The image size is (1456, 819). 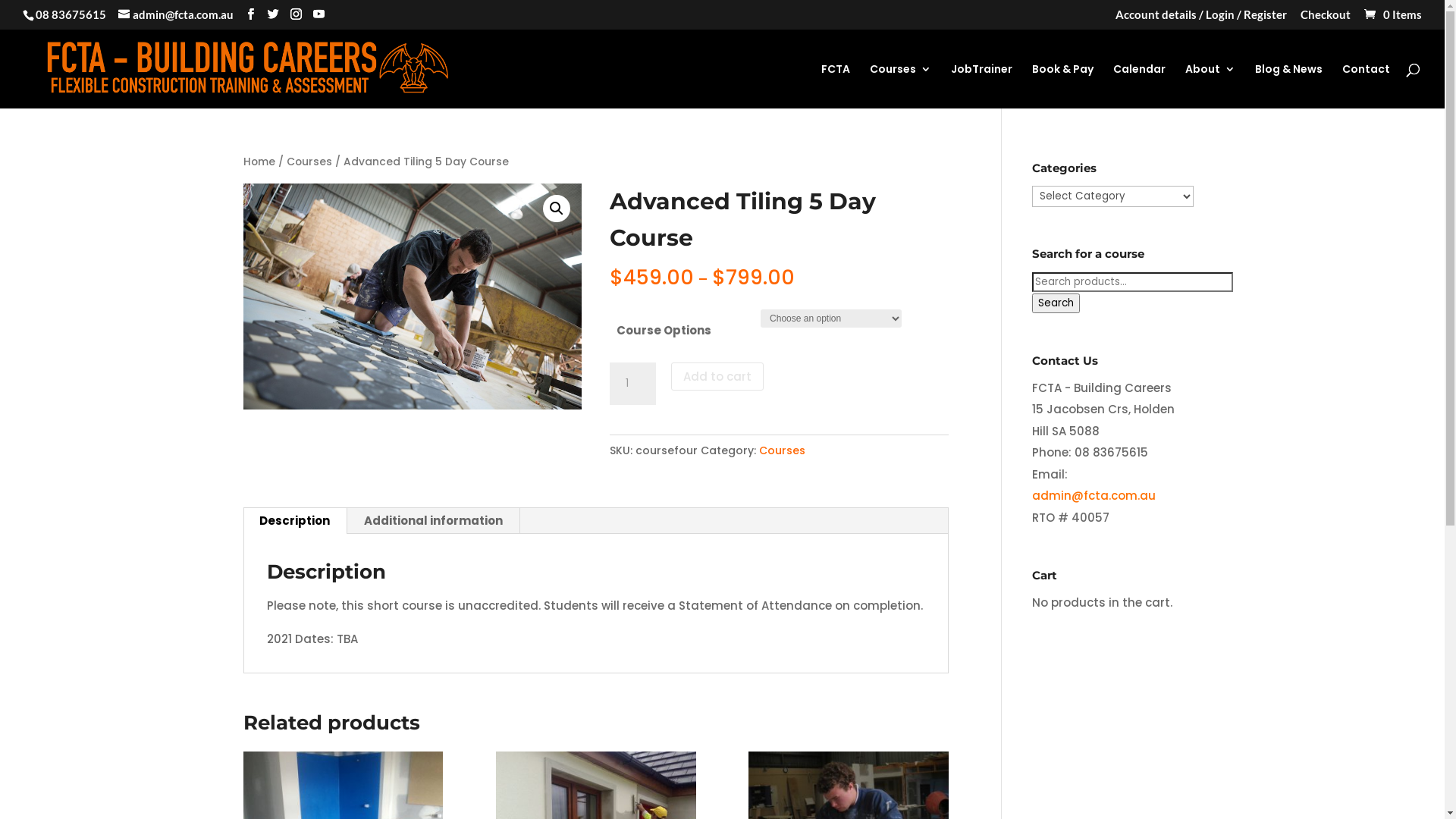 What do you see at coordinates (835, 86) in the screenshot?
I see `'FCTA'` at bounding box center [835, 86].